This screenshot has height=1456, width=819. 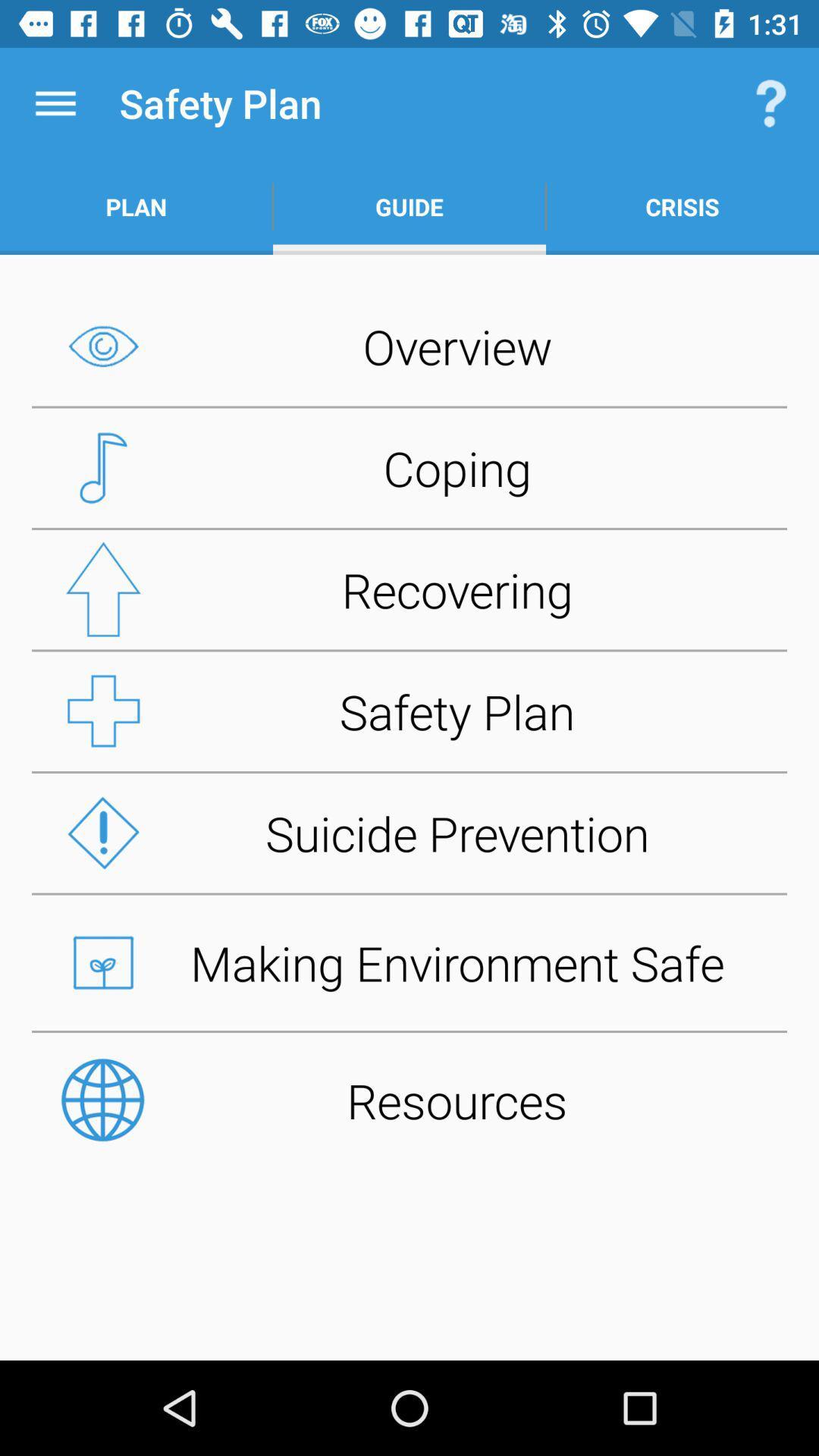 What do you see at coordinates (681, 206) in the screenshot?
I see `icon to the right of guide item` at bounding box center [681, 206].